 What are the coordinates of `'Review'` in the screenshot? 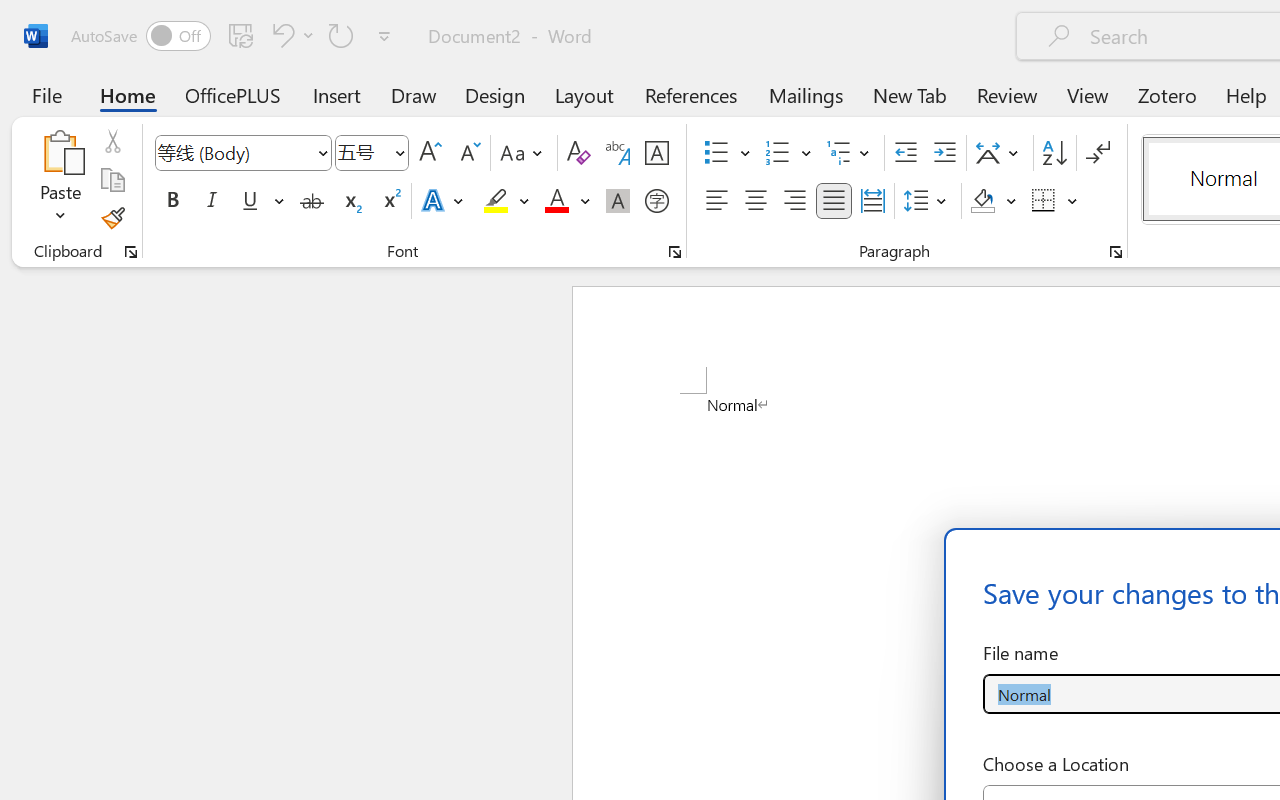 It's located at (1007, 94).